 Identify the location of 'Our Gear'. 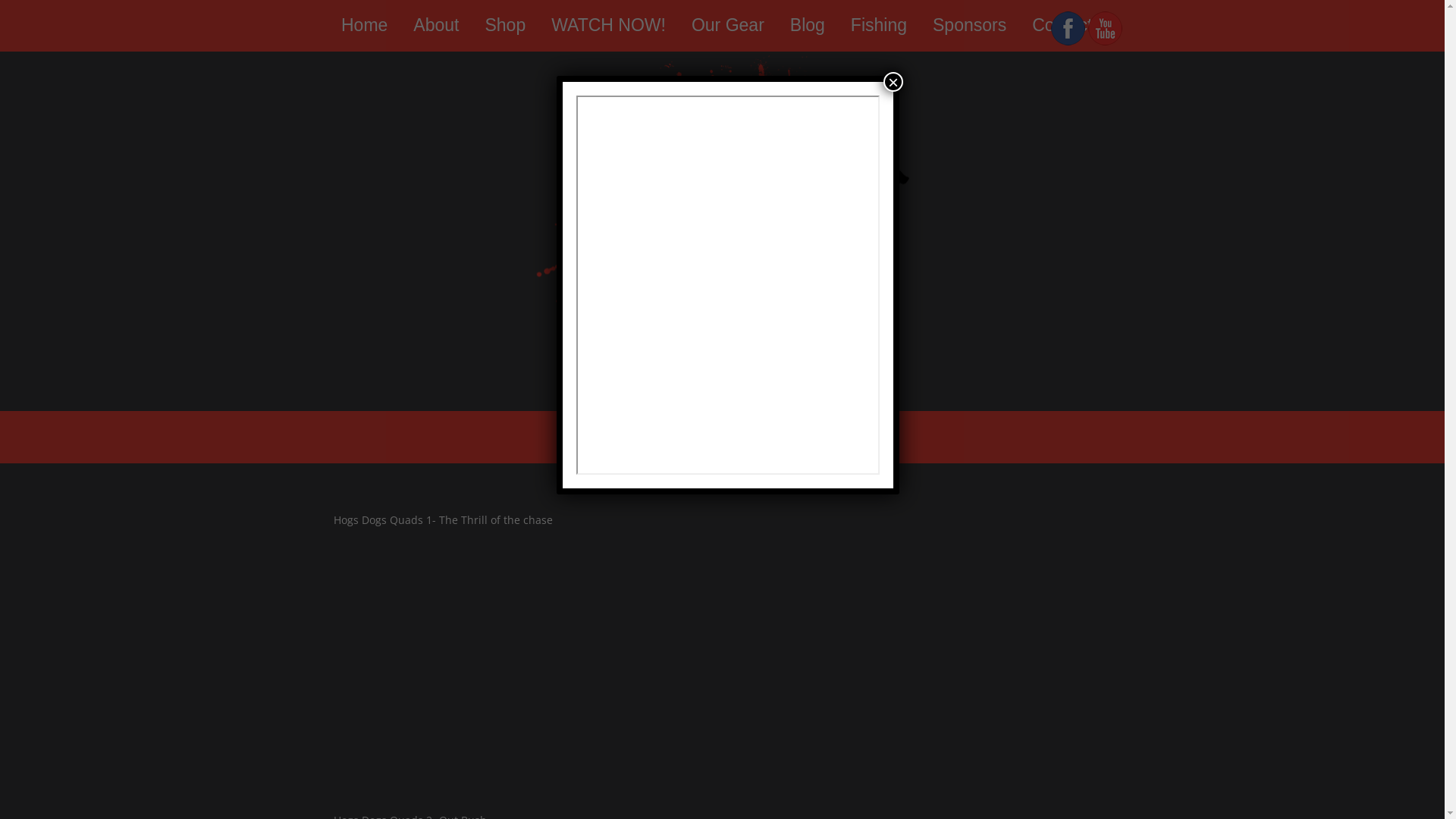
(728, 25).